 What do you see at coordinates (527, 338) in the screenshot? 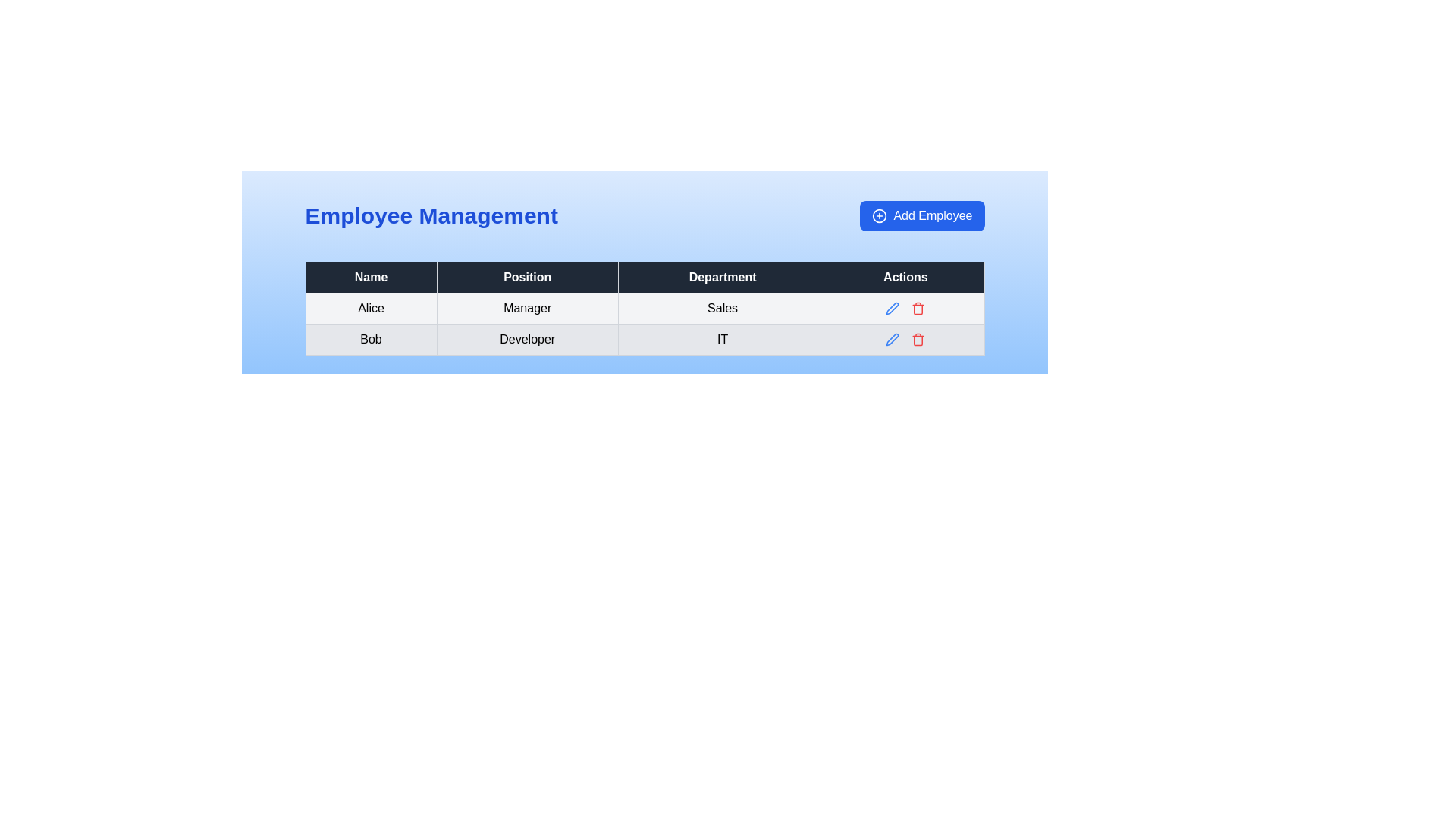
I see `information displayed in the table cell that shows the job position of the employee 'Bob', located in the second column of the second row under the 'Position' header` at bounding box center [527, 338].